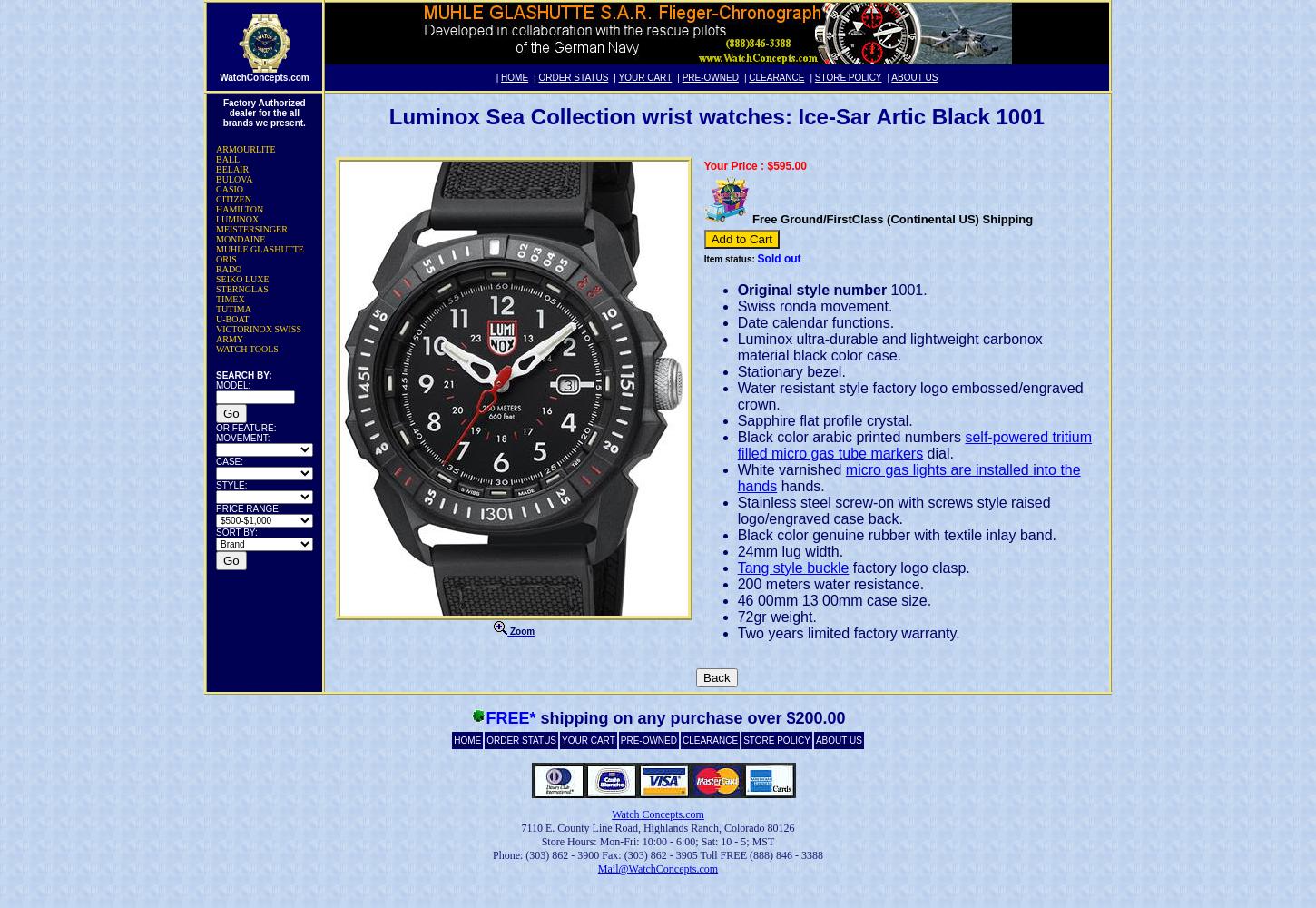  What do you see at coordinates (225, 259) in the screenshot?
I see `'ORIS'` at bounding box center [225, 259].